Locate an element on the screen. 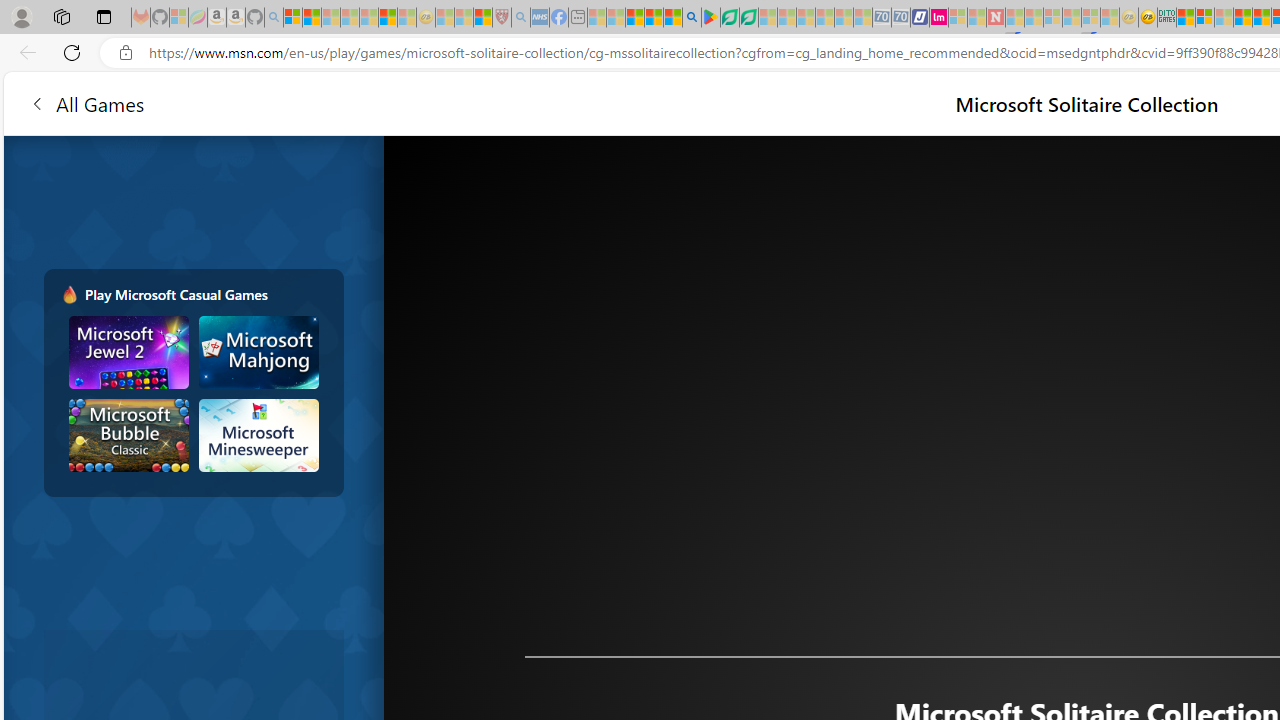  'MSNBC - MSN' is located at coordinates (1185, 17).